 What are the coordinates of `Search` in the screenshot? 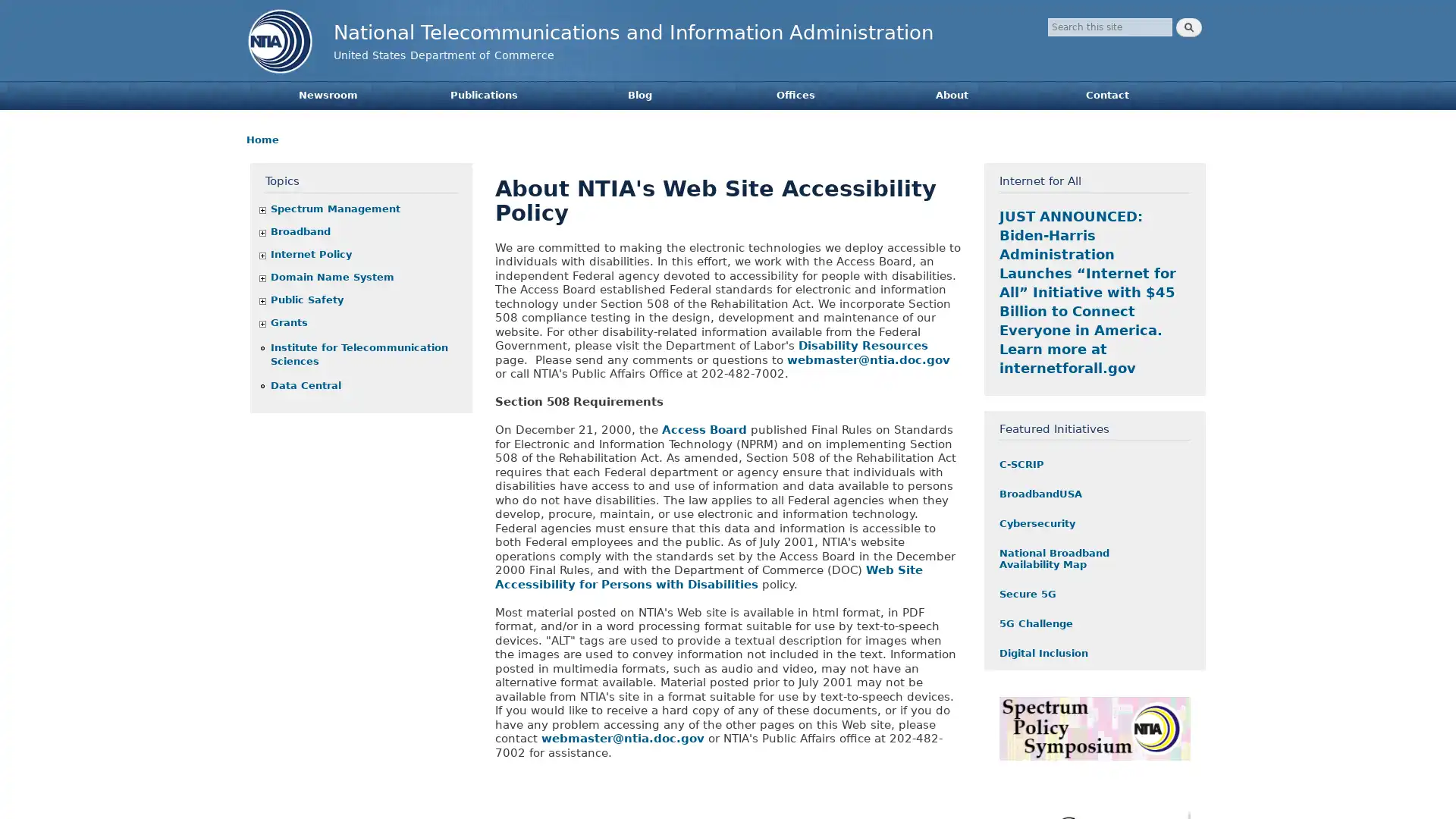 It's located at (1188, 27).